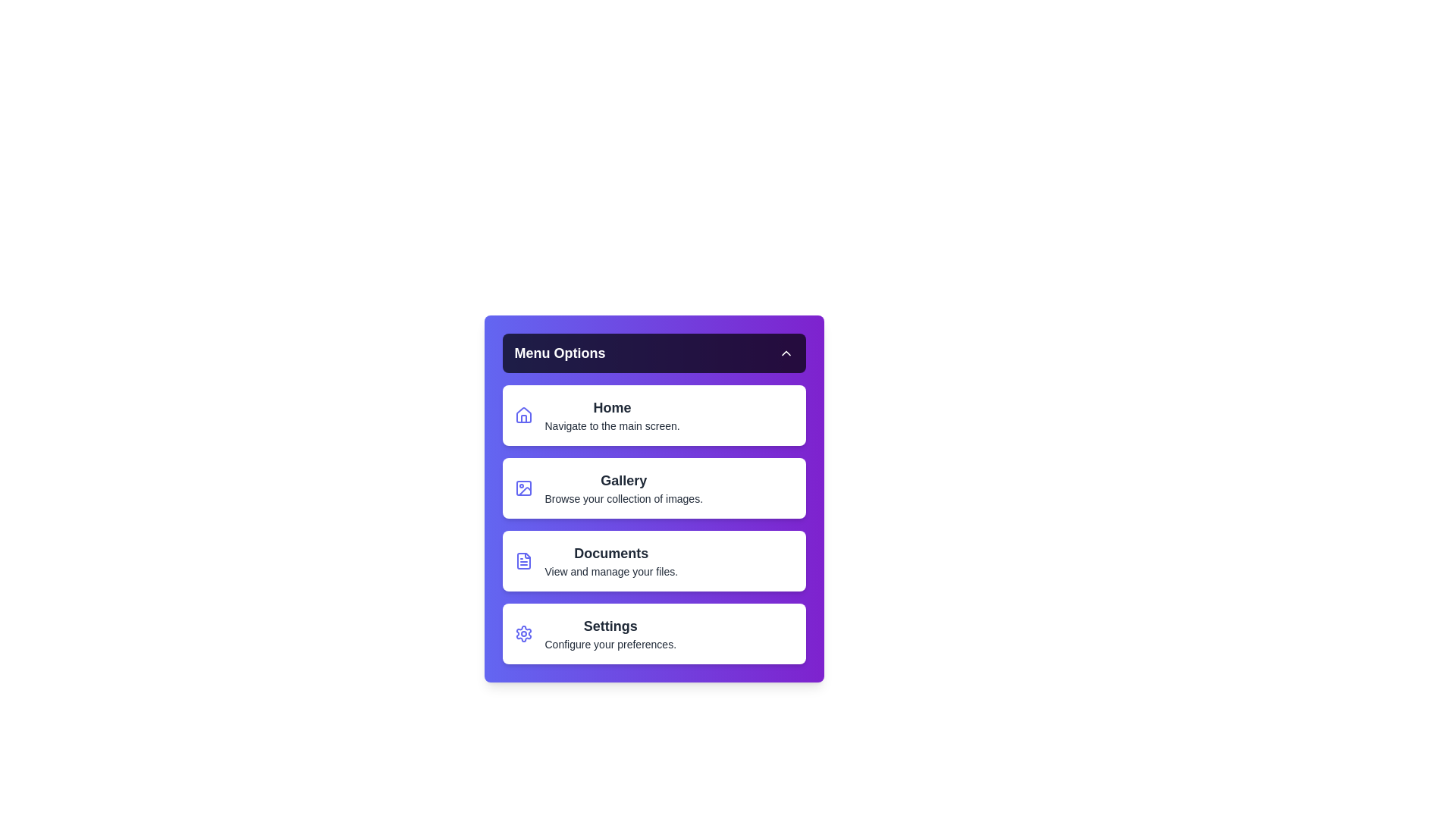 The height and width of the screenshot is (819, 1456). I want to click on the menu item labeled Documents, so click(654, 561).